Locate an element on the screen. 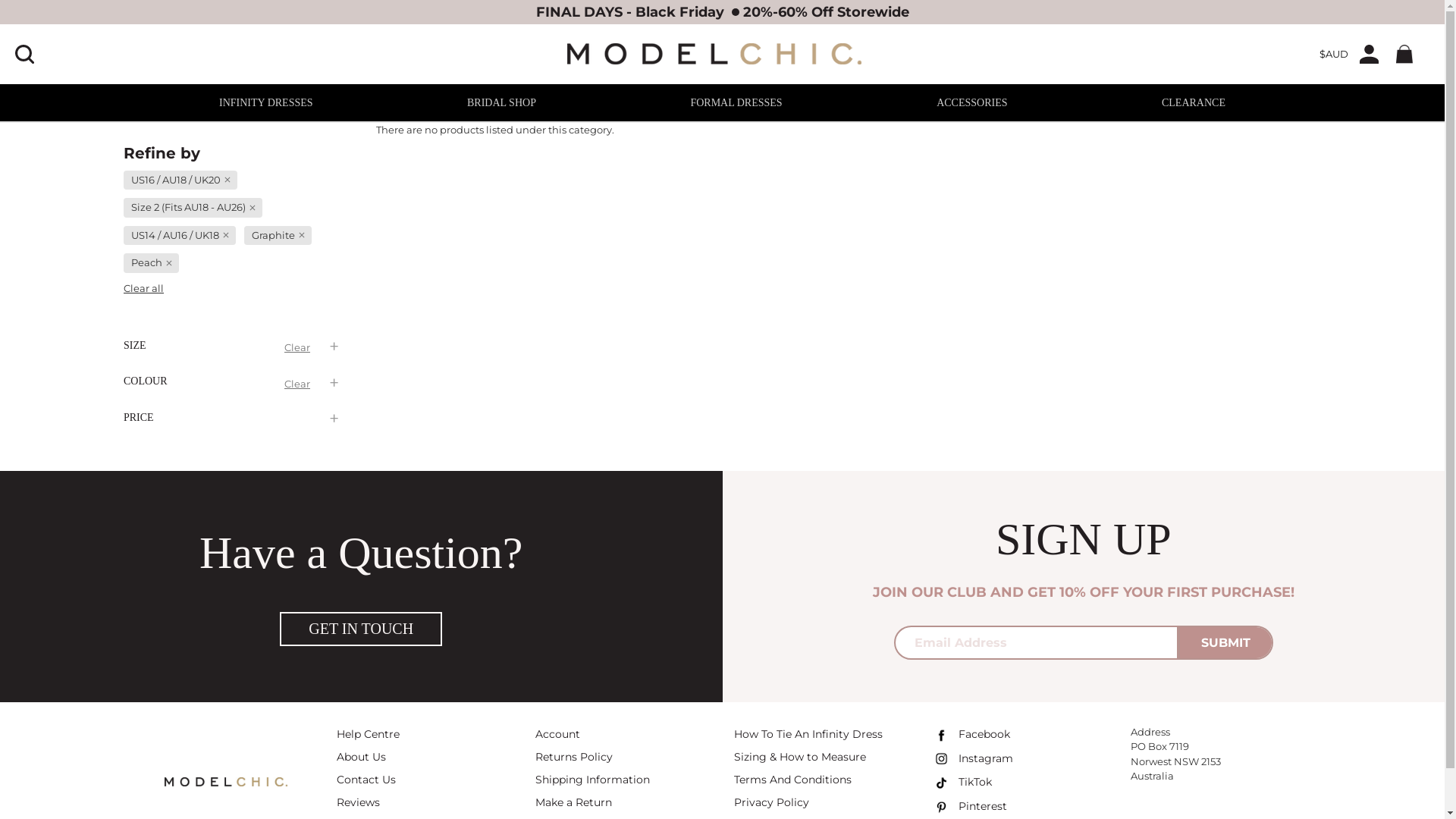  'Instagram' is located at coordinates (972, 761).